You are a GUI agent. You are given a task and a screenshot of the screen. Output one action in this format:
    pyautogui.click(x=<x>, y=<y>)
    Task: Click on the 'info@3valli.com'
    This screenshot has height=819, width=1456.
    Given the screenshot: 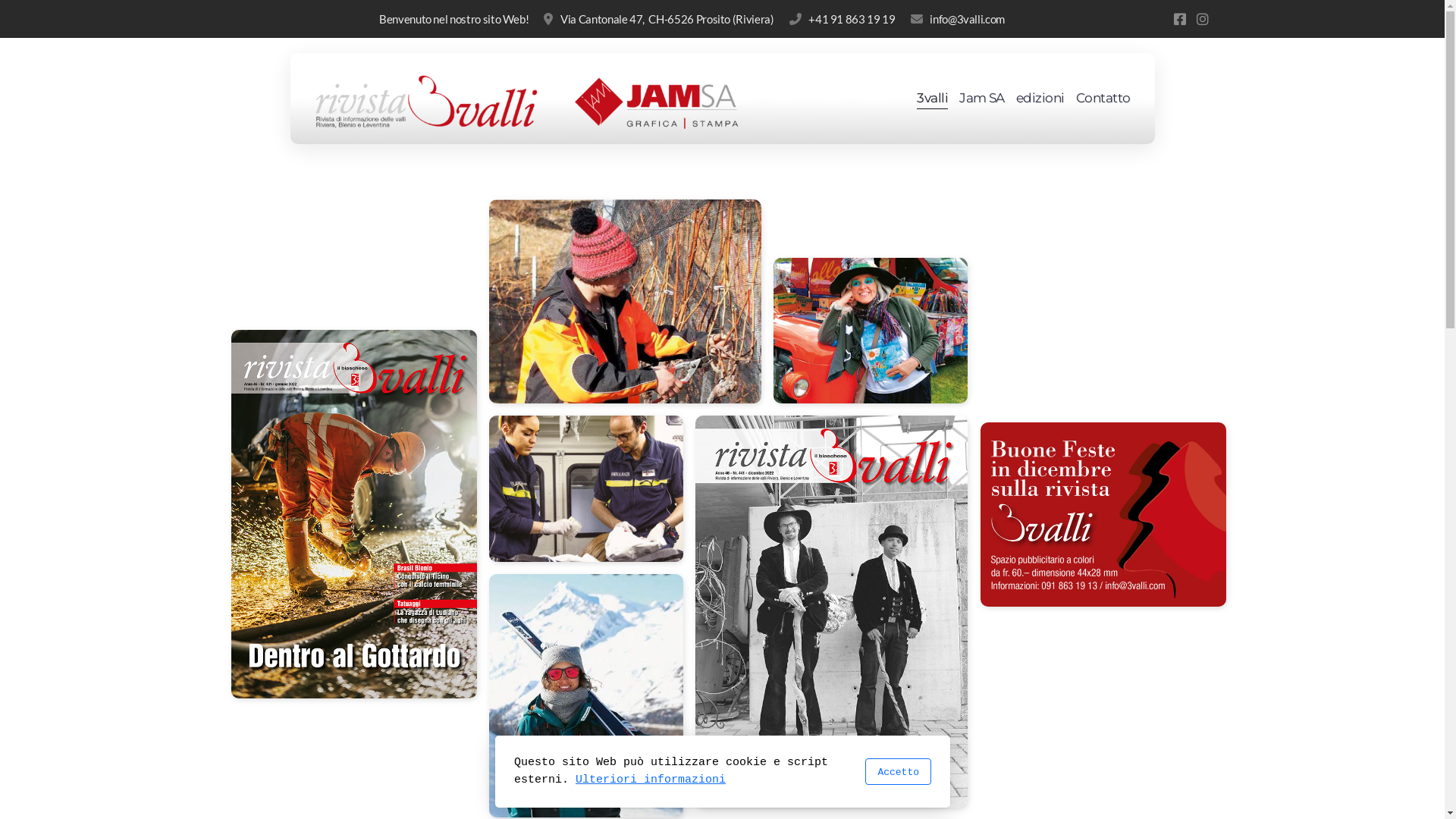 What is the action you would take?
    pyautogui.click(x=956, y=18)
    